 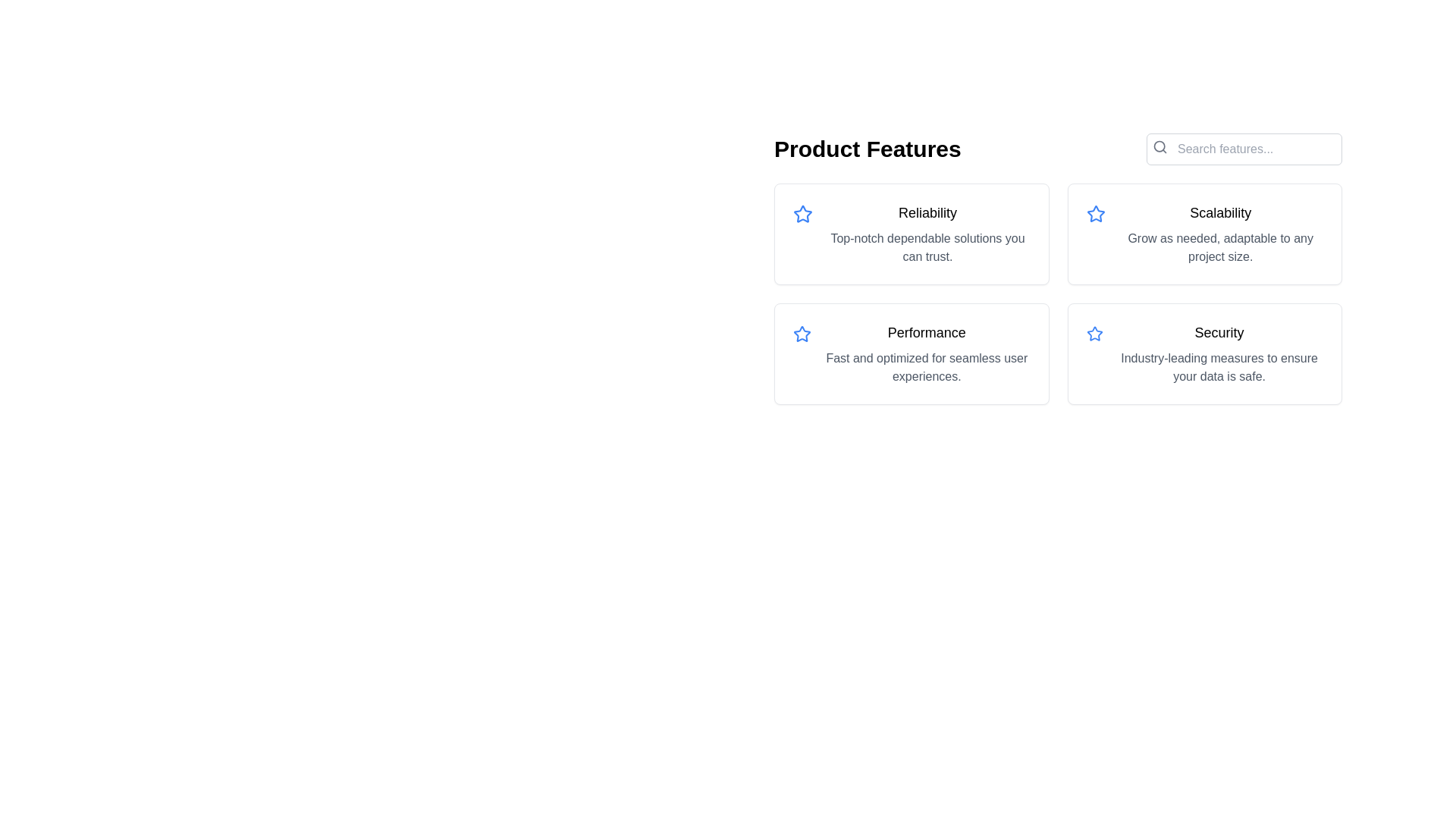 What do you see at coordinates (1159, 146) in the screenshot?
I see `the search icon located in the upper right area of the display, which serves as a visual indicator for the search function adjacent to the text box labeled 'Search features...'` at bounding box center [1159, 146].